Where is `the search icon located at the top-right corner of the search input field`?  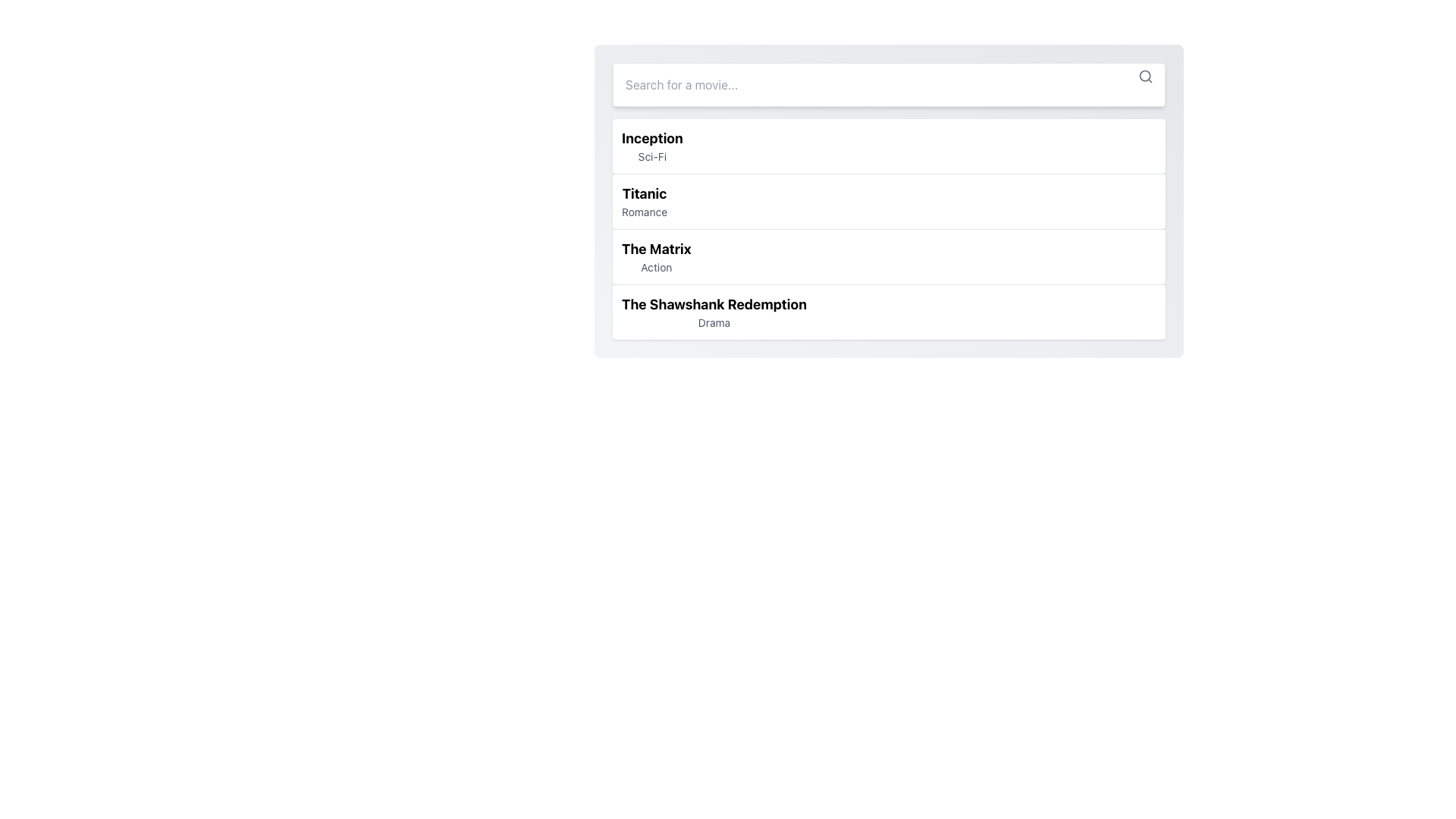 the search icon located at the top-right corner of the search input field is located at coordinates (1146, 76).